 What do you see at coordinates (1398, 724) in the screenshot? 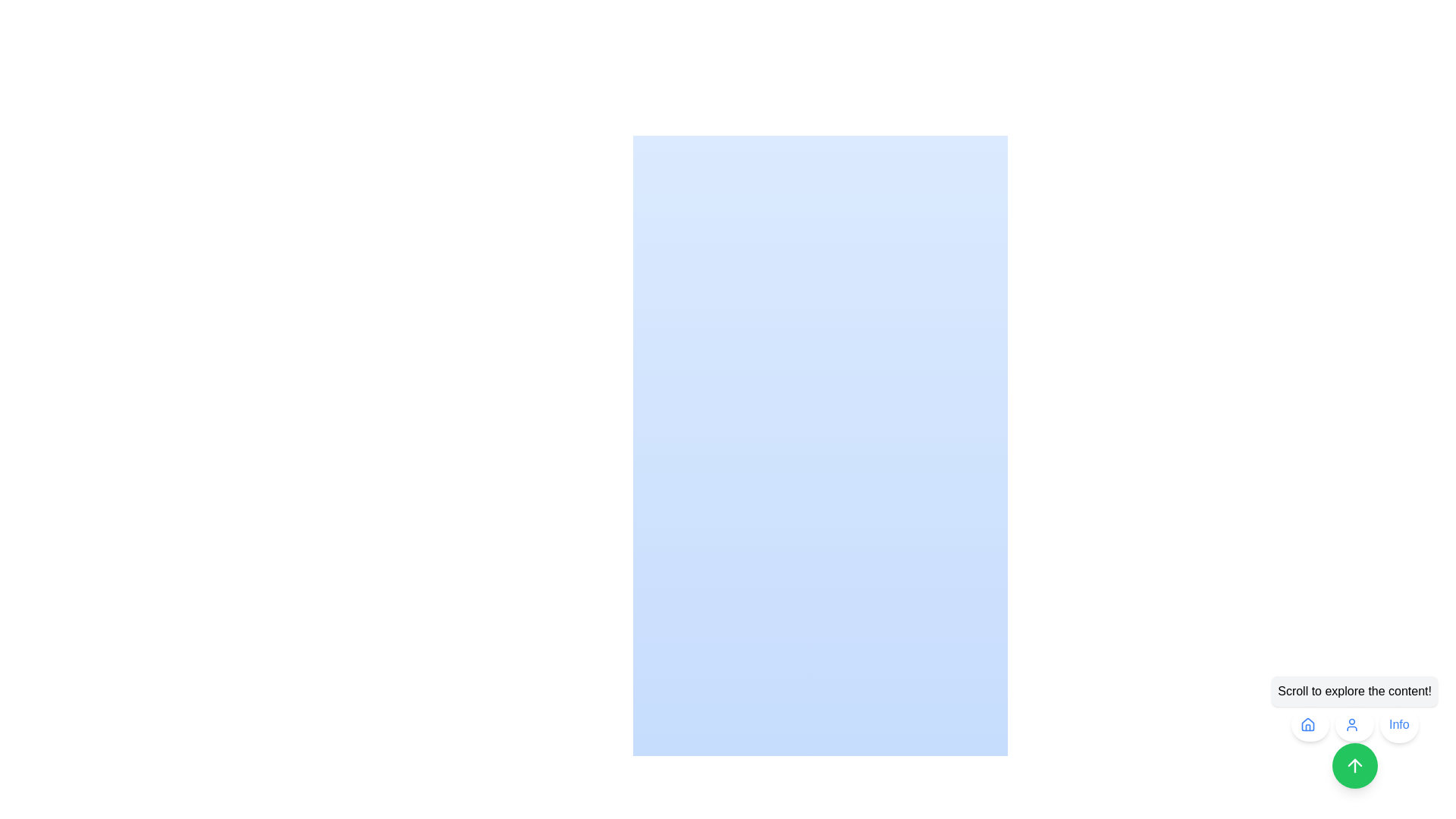
I see `the rounded button labeled 'Info' with a white background and blue text` at bounding box center [1398, 724].